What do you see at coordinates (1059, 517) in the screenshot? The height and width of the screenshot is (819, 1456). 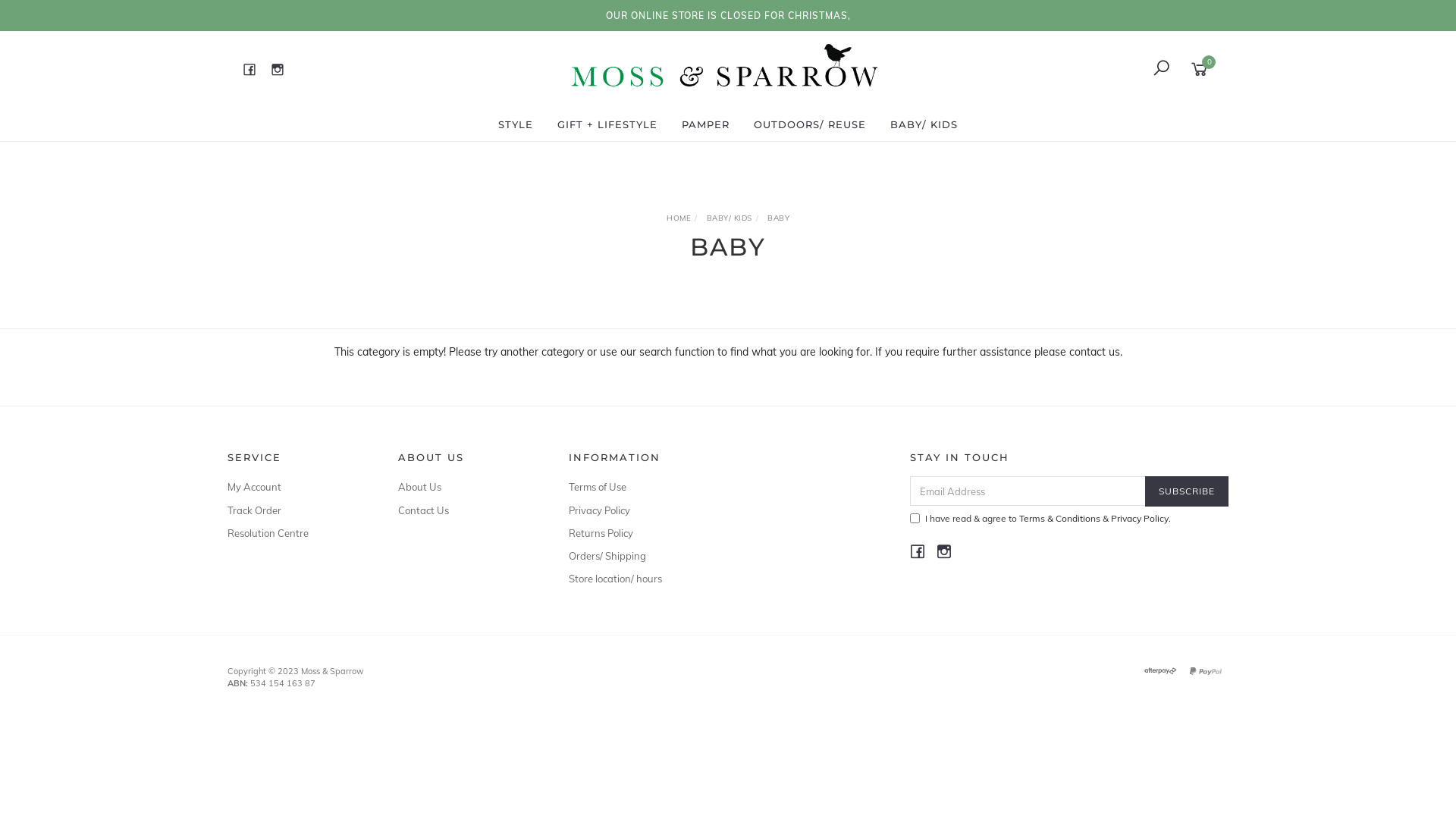 I see `'Terms & Conditions'` at bounding box center [1059, 517].